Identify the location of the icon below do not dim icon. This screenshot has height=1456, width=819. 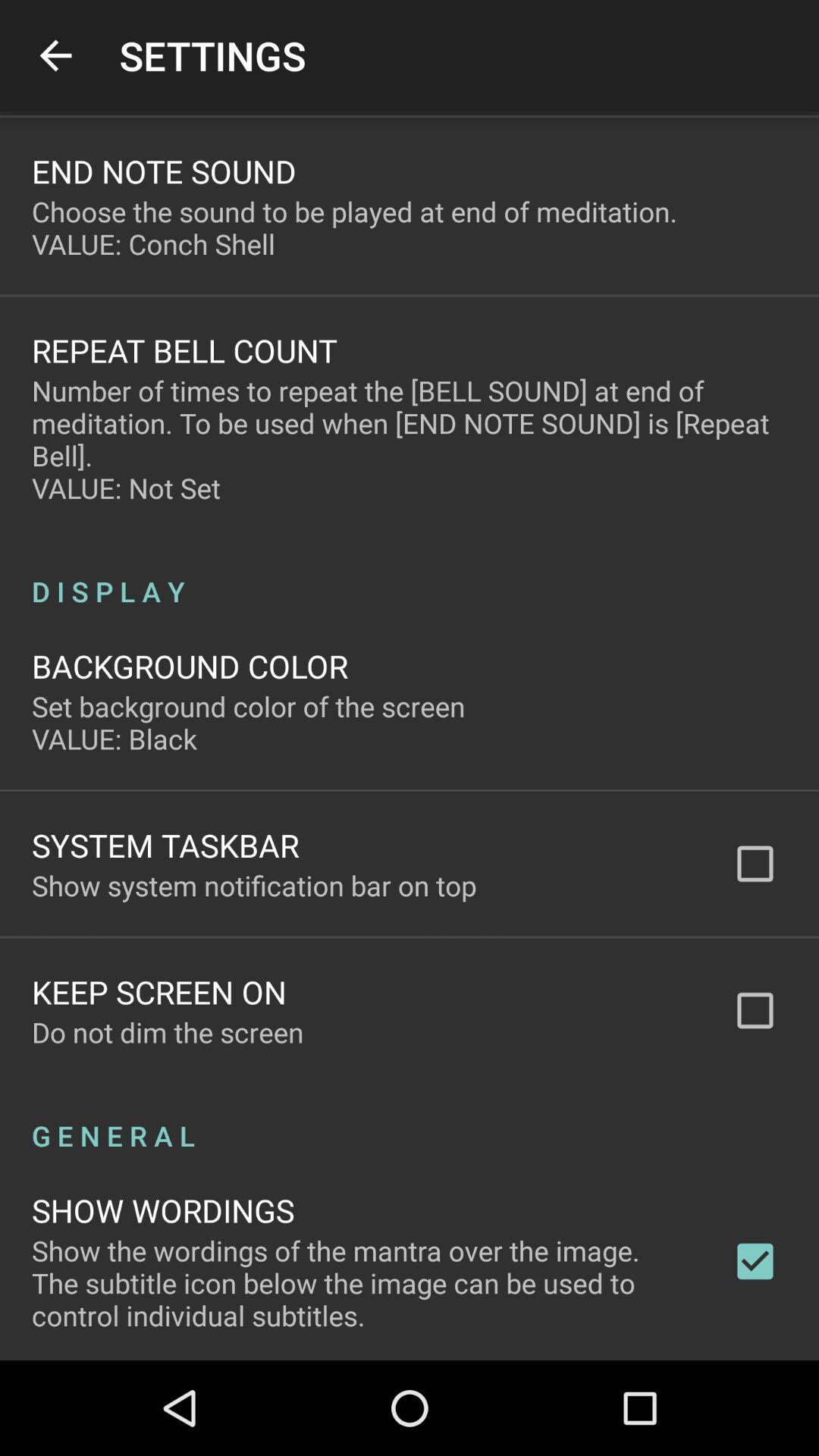
(409, 1119).